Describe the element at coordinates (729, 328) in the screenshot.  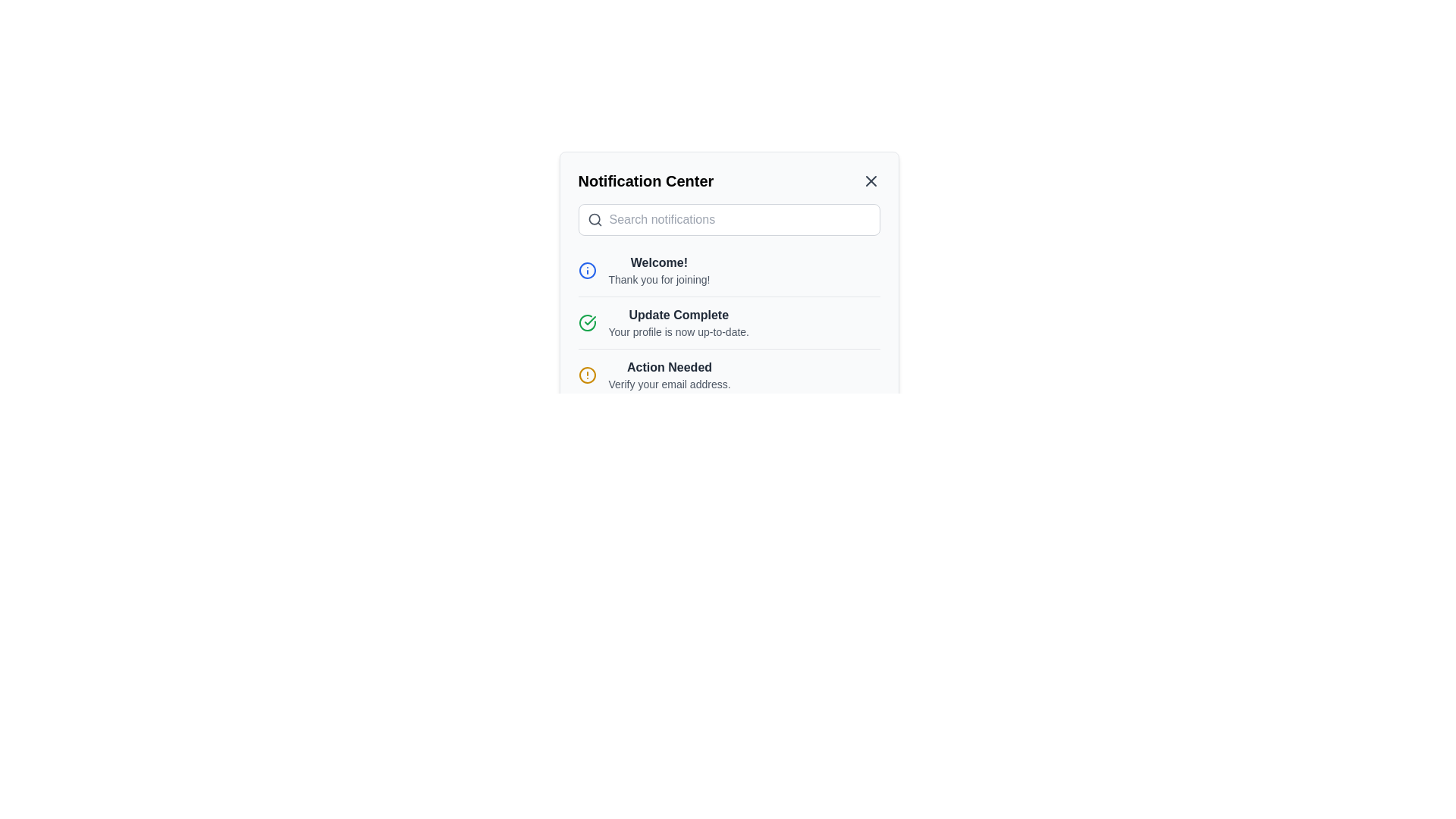
I see `the List of notification items located centrally in the Notification Center, positioned below the search bar` at that location.